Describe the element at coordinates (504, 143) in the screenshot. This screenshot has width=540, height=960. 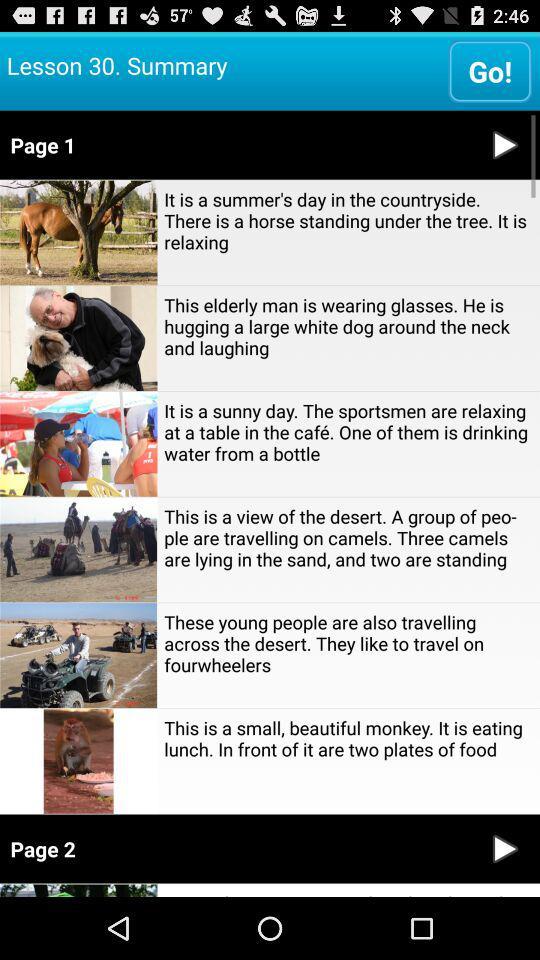
I see `play` at that location.